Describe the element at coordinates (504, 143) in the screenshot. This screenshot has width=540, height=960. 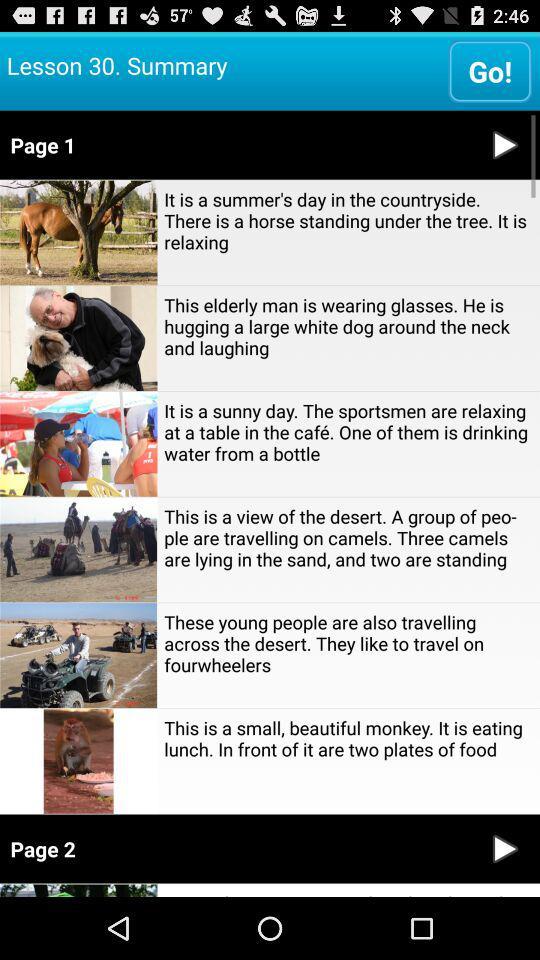
I see `play` at that location.